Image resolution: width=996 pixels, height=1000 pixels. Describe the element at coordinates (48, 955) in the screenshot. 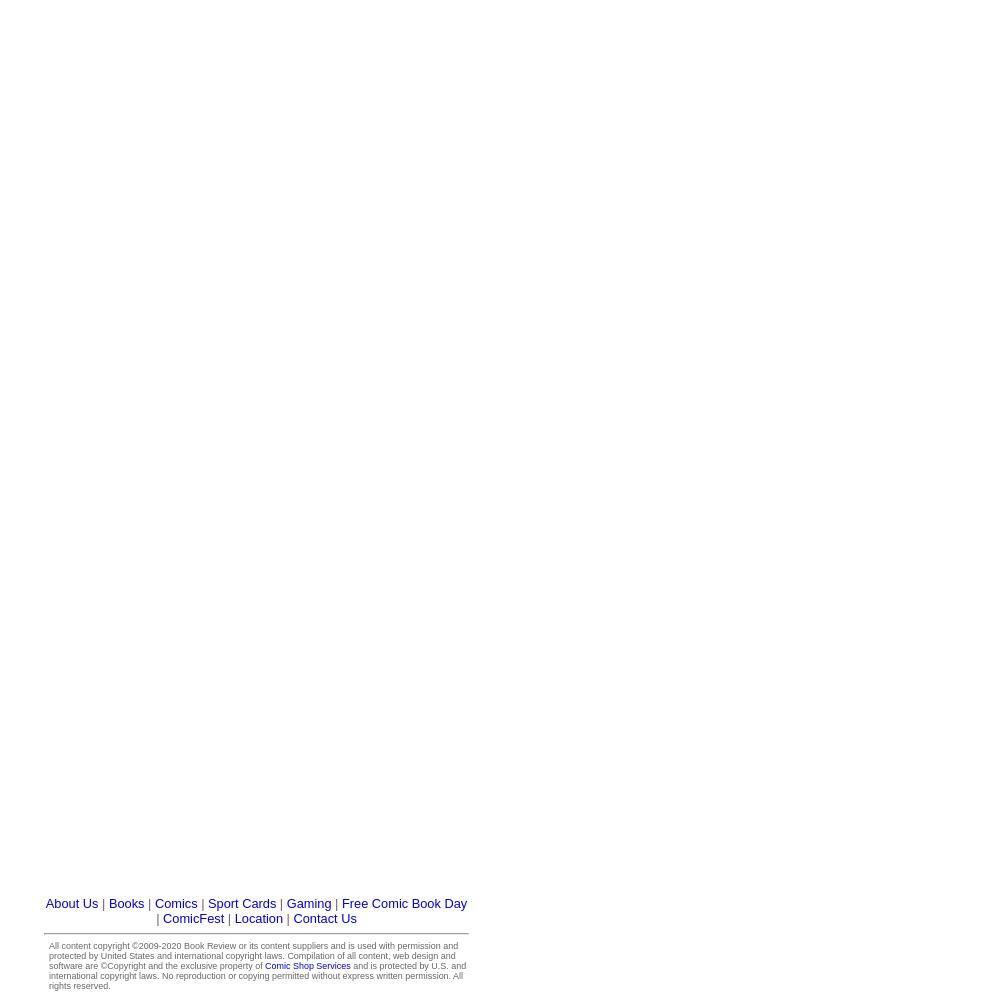

I see `'All content copyright ©2009-2020 Book Review or its content suppliers and is used with permission and protected by United States and international copyright laws.  Compilation of all content, web design and software are ©Copyright and the exclusive property of'` at that location.